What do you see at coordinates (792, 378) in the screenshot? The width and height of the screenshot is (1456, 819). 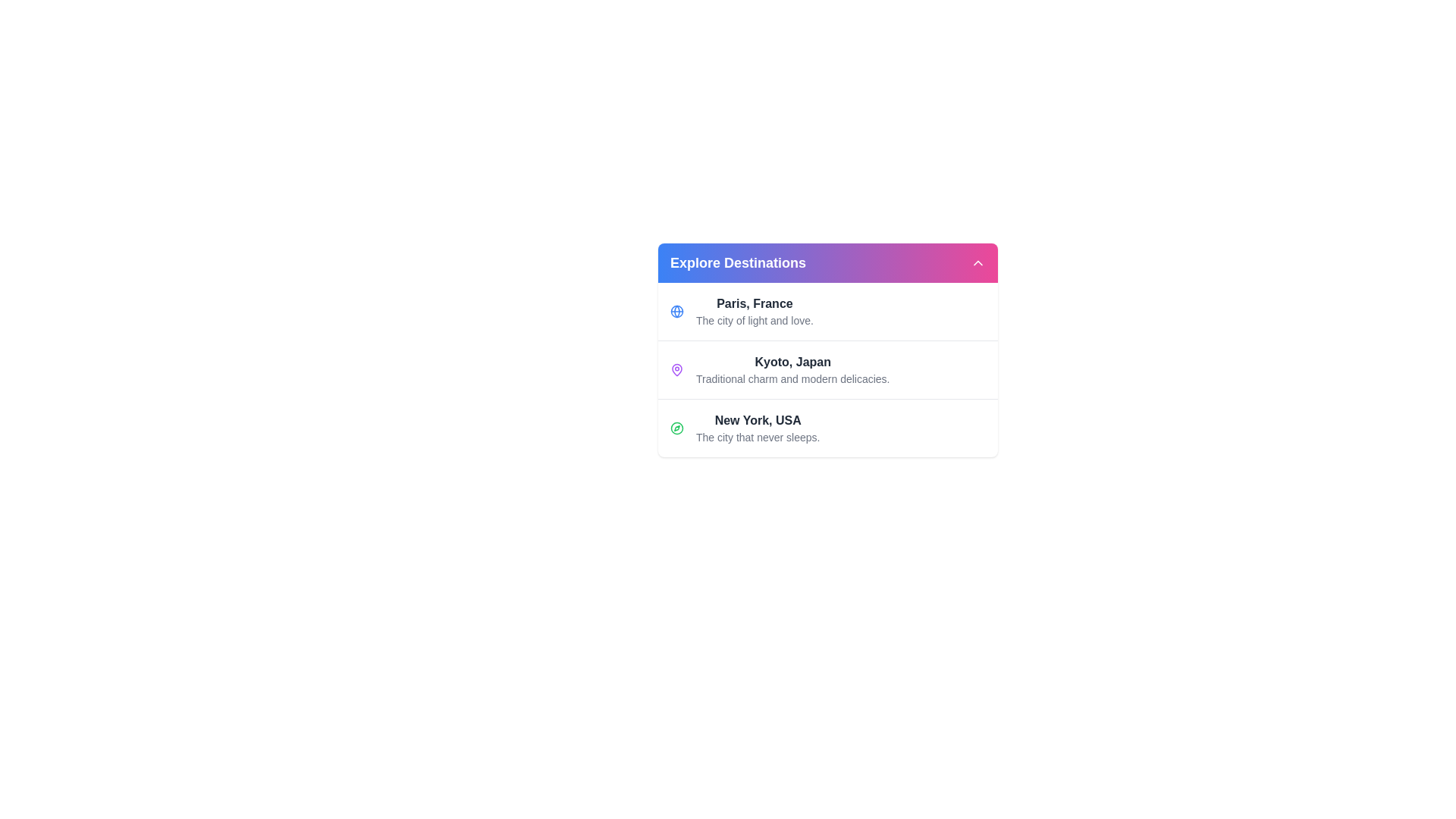 I see `the descriptive text element displaying 'Traditional charm and modern delicacies,' which is located directly beneath the title 'Kyoto, Japan' in the 'Explore Destinations' list` at bounding box center [792, 378].